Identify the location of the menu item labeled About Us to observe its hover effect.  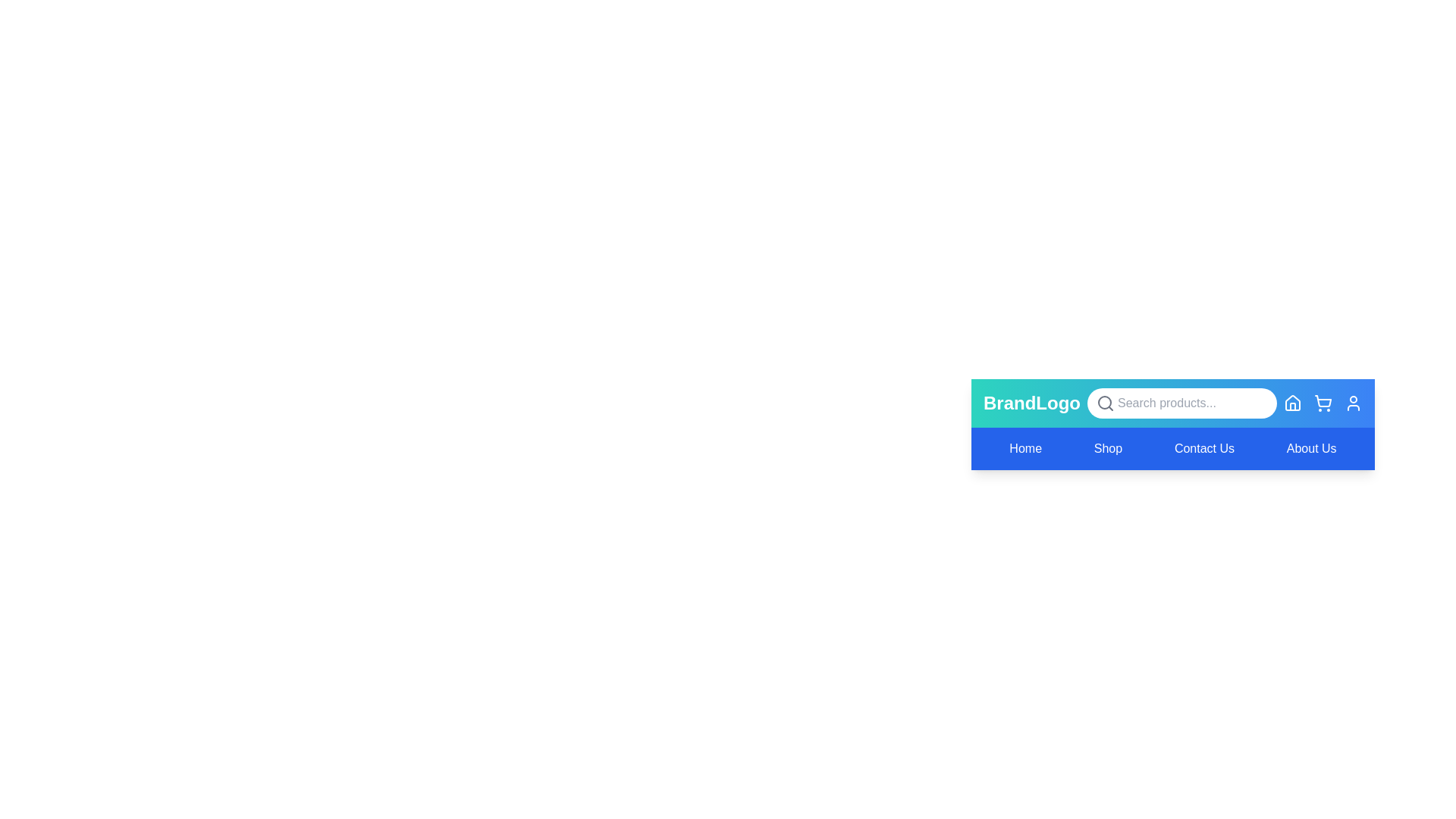
(1310, 447).